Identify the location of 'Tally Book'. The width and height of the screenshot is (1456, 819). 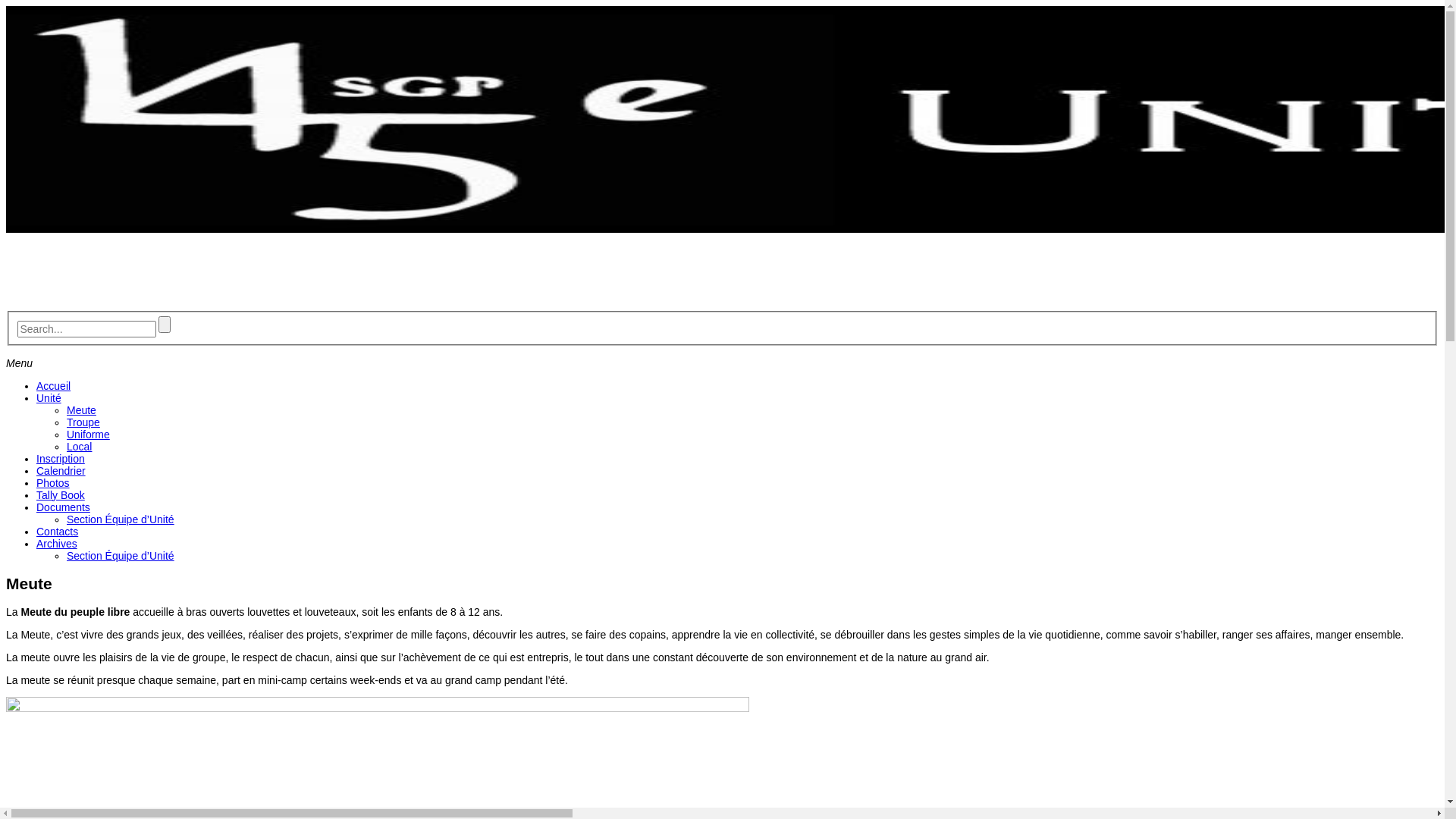
(61, 494).